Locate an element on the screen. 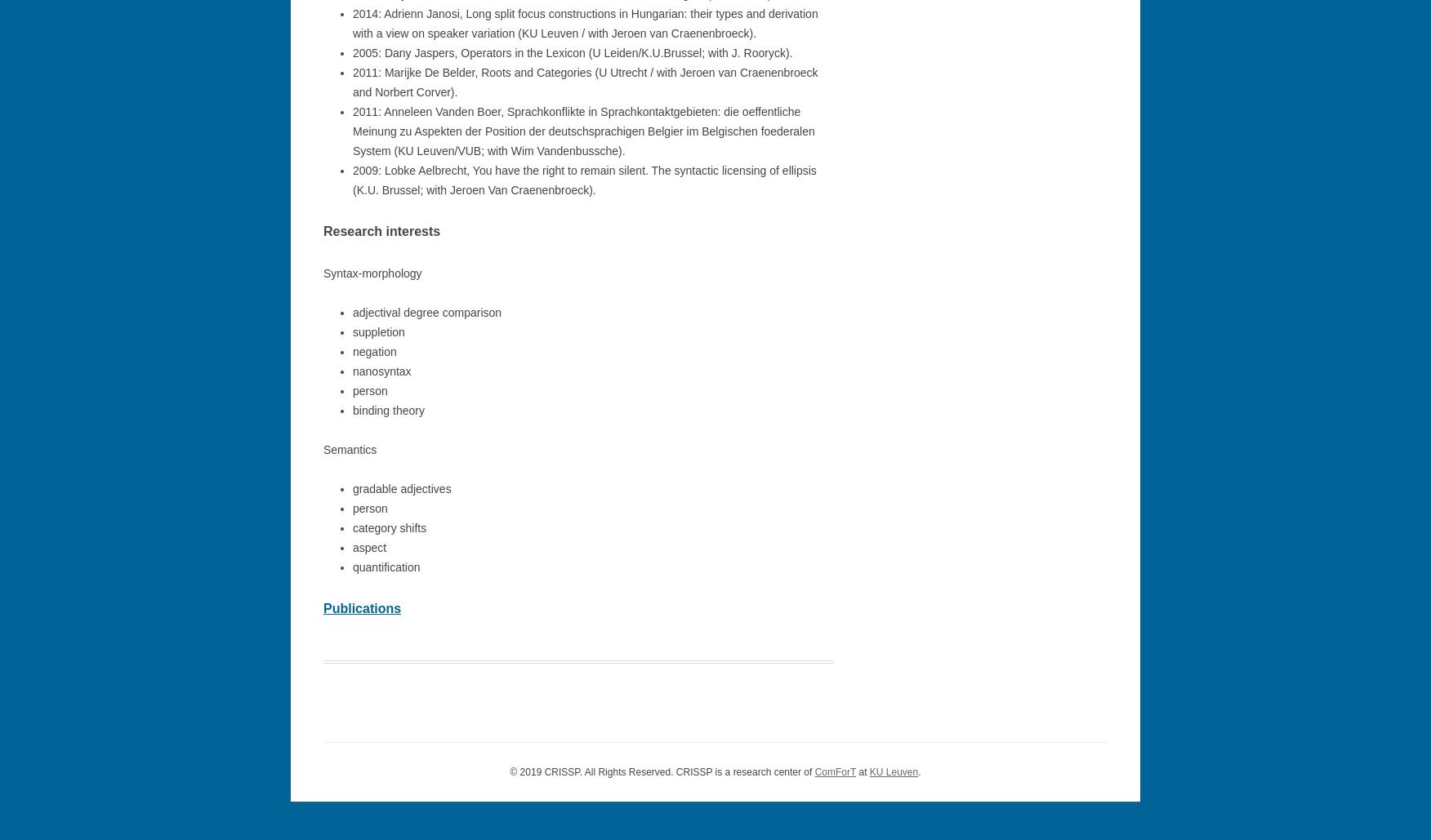 The width and height of the screenshot is (1431, 840). 'Semantics' is located at coordinates (349, 448).